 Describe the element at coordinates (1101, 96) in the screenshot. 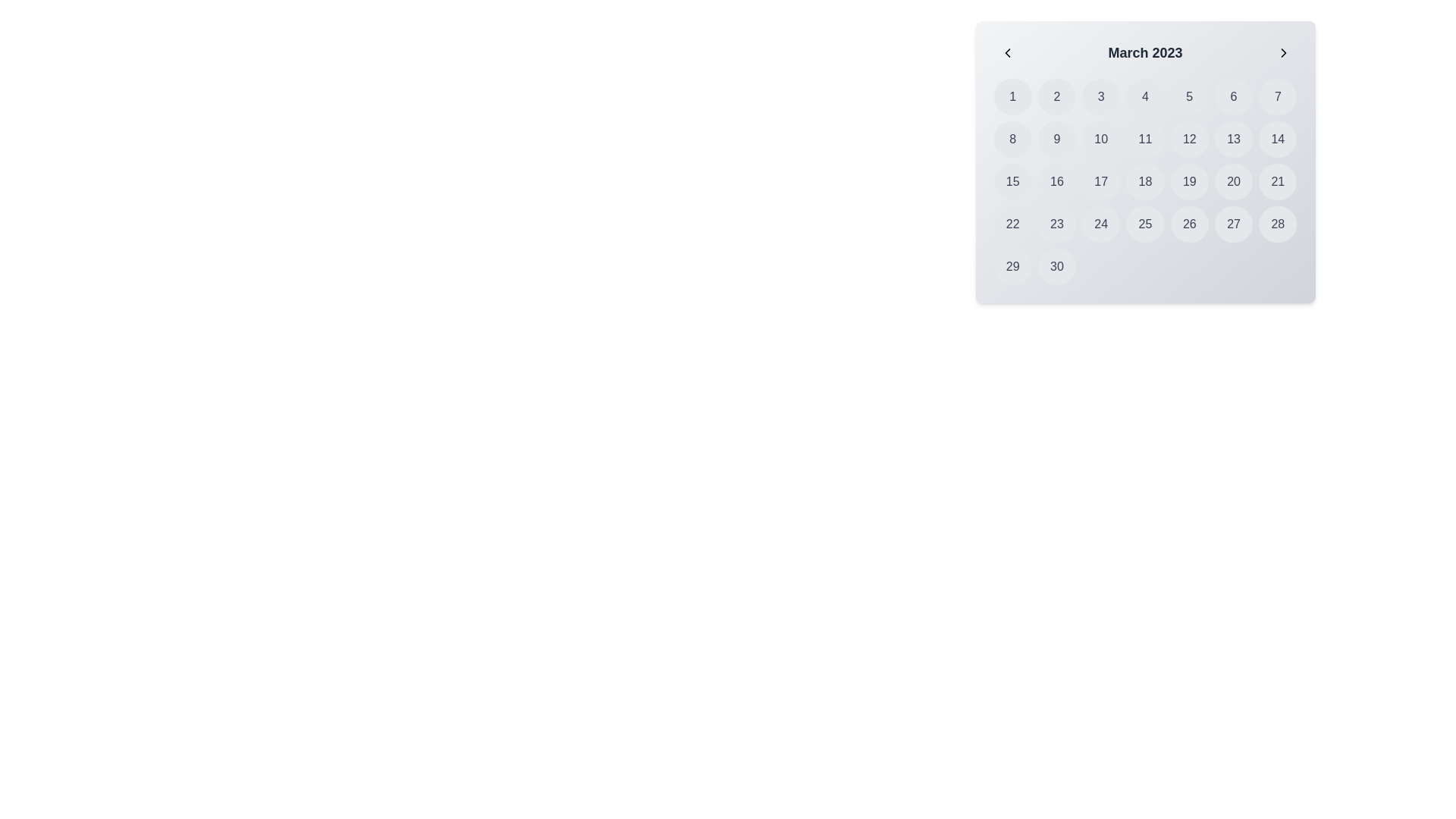

I see `the circular button labeled '3' with a gray background, located in the first row, third column of the calendar grid` at that location.